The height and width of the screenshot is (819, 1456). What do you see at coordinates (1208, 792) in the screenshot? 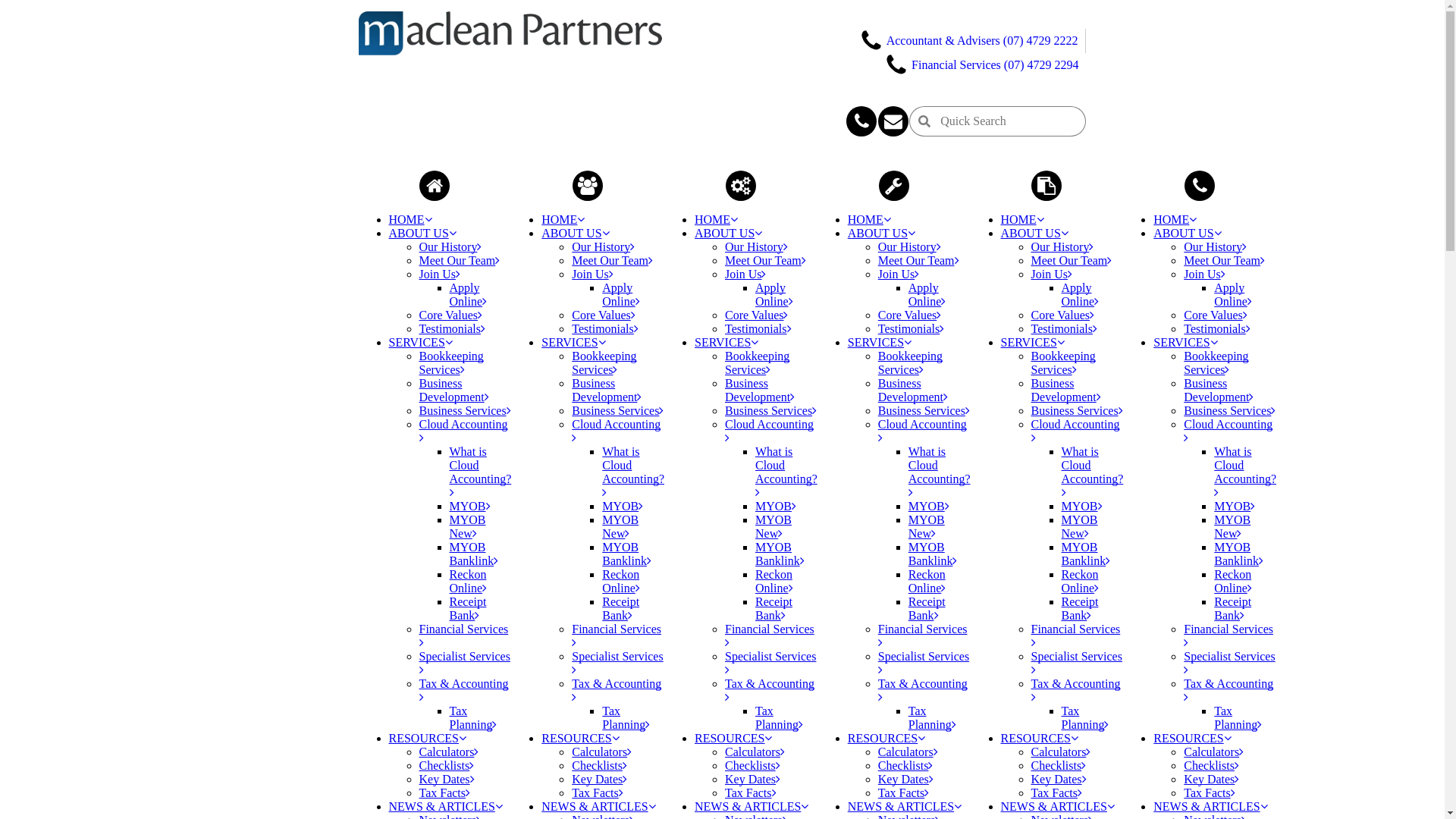
I see `'Tax Facts'` at bounding box center [1208, 792].